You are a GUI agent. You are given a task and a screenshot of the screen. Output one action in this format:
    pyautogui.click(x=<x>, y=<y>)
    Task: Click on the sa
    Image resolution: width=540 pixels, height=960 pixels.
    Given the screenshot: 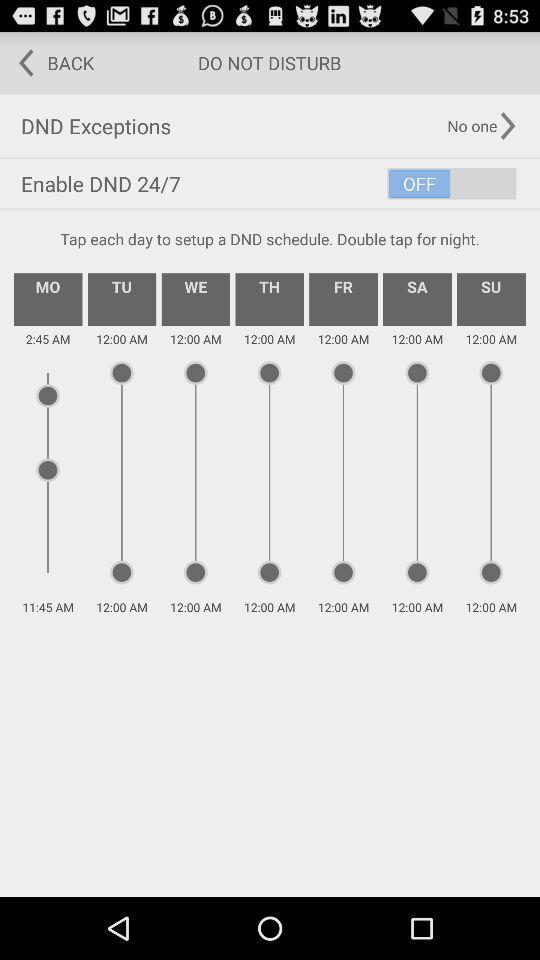 What is the action you would take?
    pyautogui.click(x=416, y=298)
    